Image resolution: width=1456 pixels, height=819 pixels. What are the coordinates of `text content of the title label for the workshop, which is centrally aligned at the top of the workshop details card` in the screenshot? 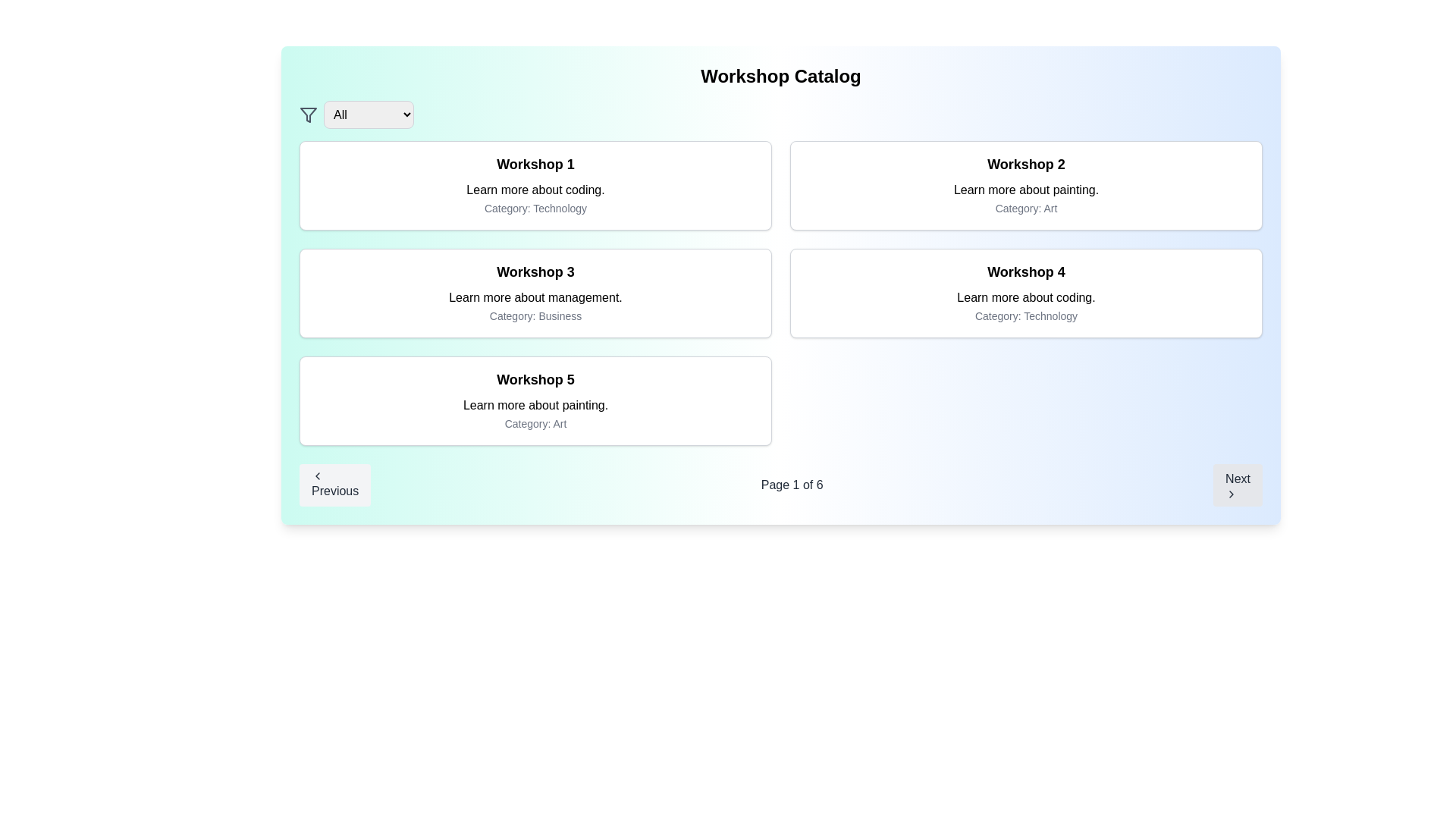 It's located at (535, 271).